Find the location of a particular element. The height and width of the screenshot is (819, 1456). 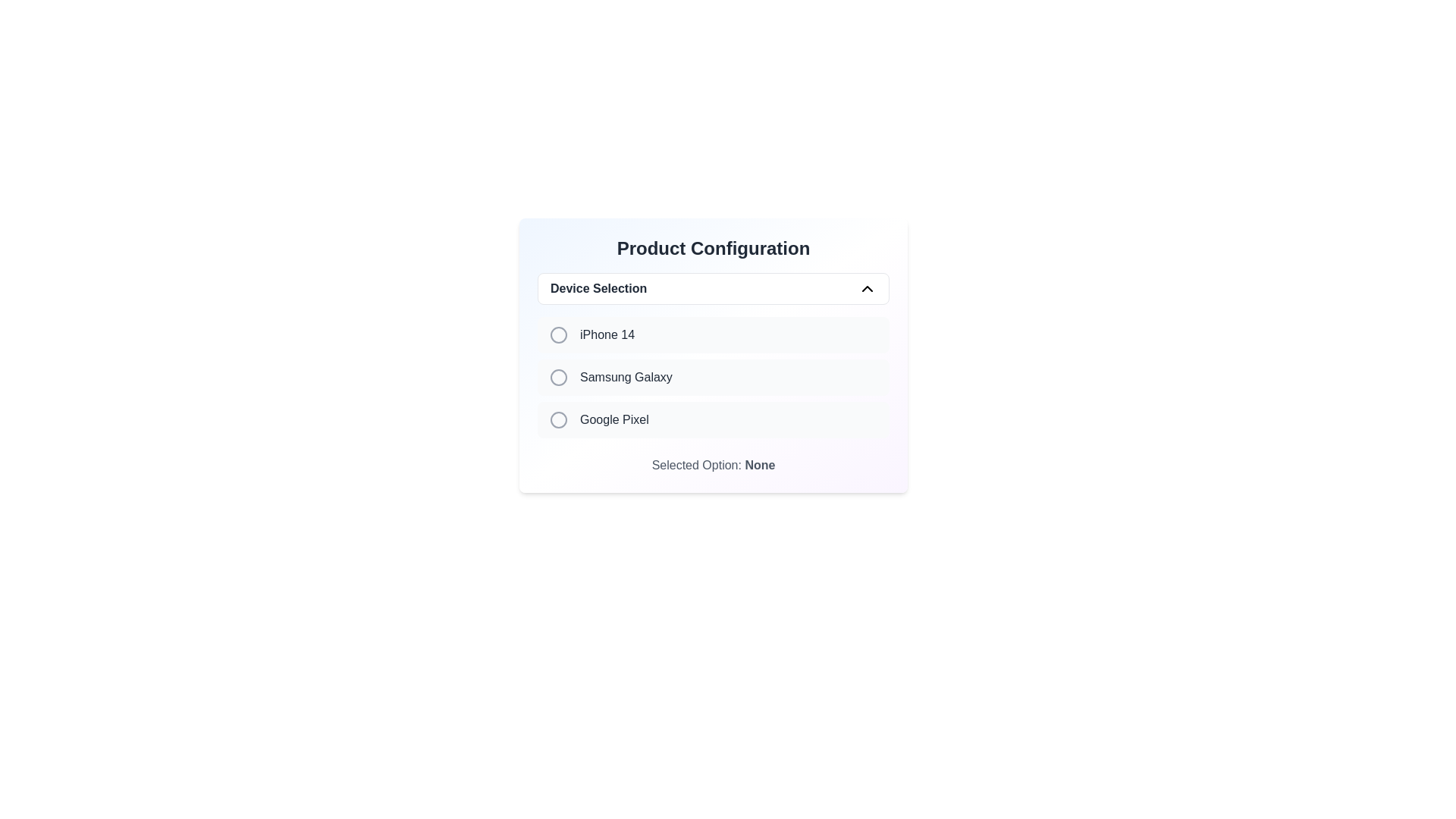

the unselected circular radio button for the 'Google Pixel' option, which is the third item in the list is located at coordinates (712, 420).